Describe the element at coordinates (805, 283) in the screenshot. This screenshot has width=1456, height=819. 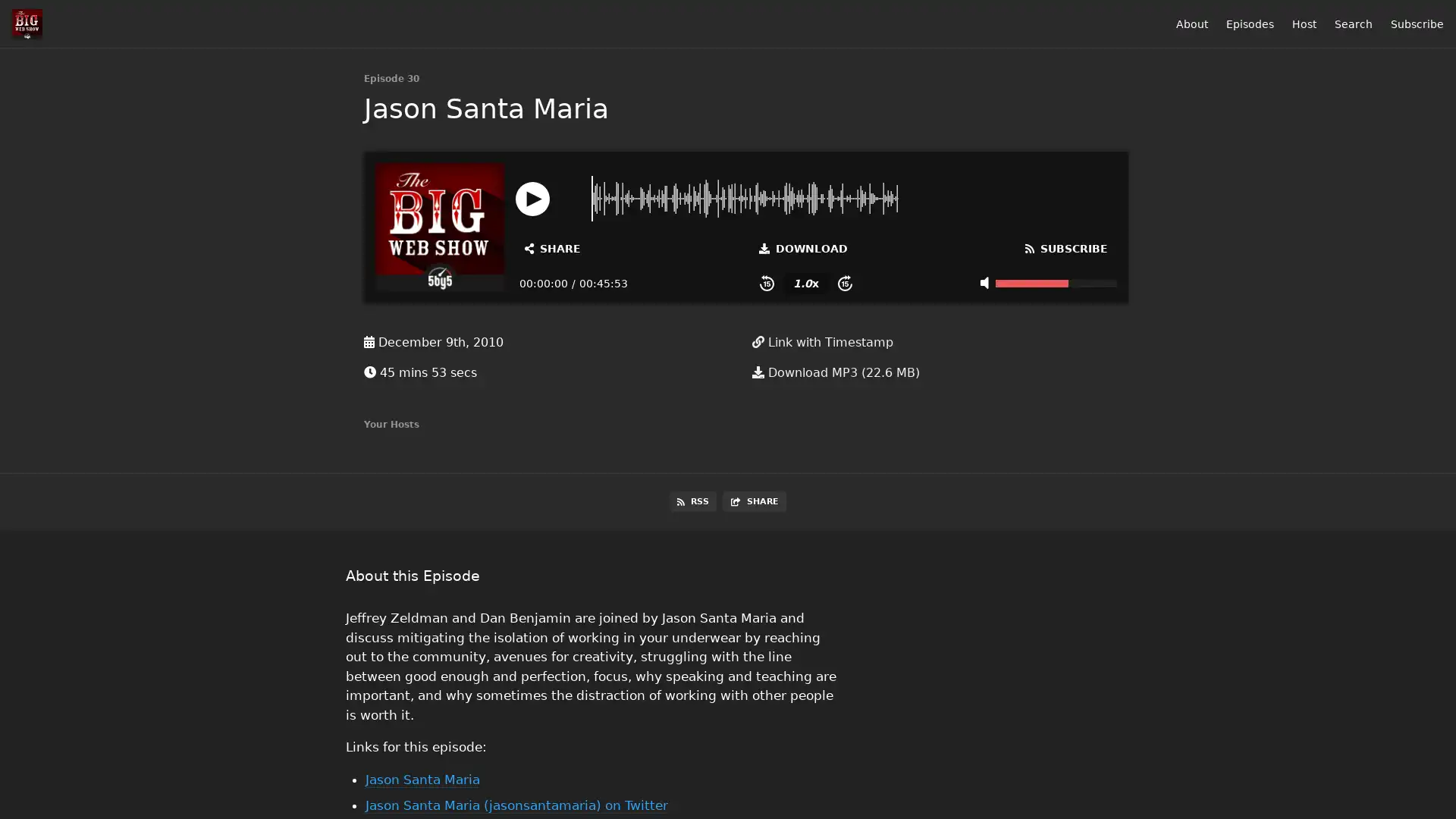
I see `Change Playback Speed` at that location.